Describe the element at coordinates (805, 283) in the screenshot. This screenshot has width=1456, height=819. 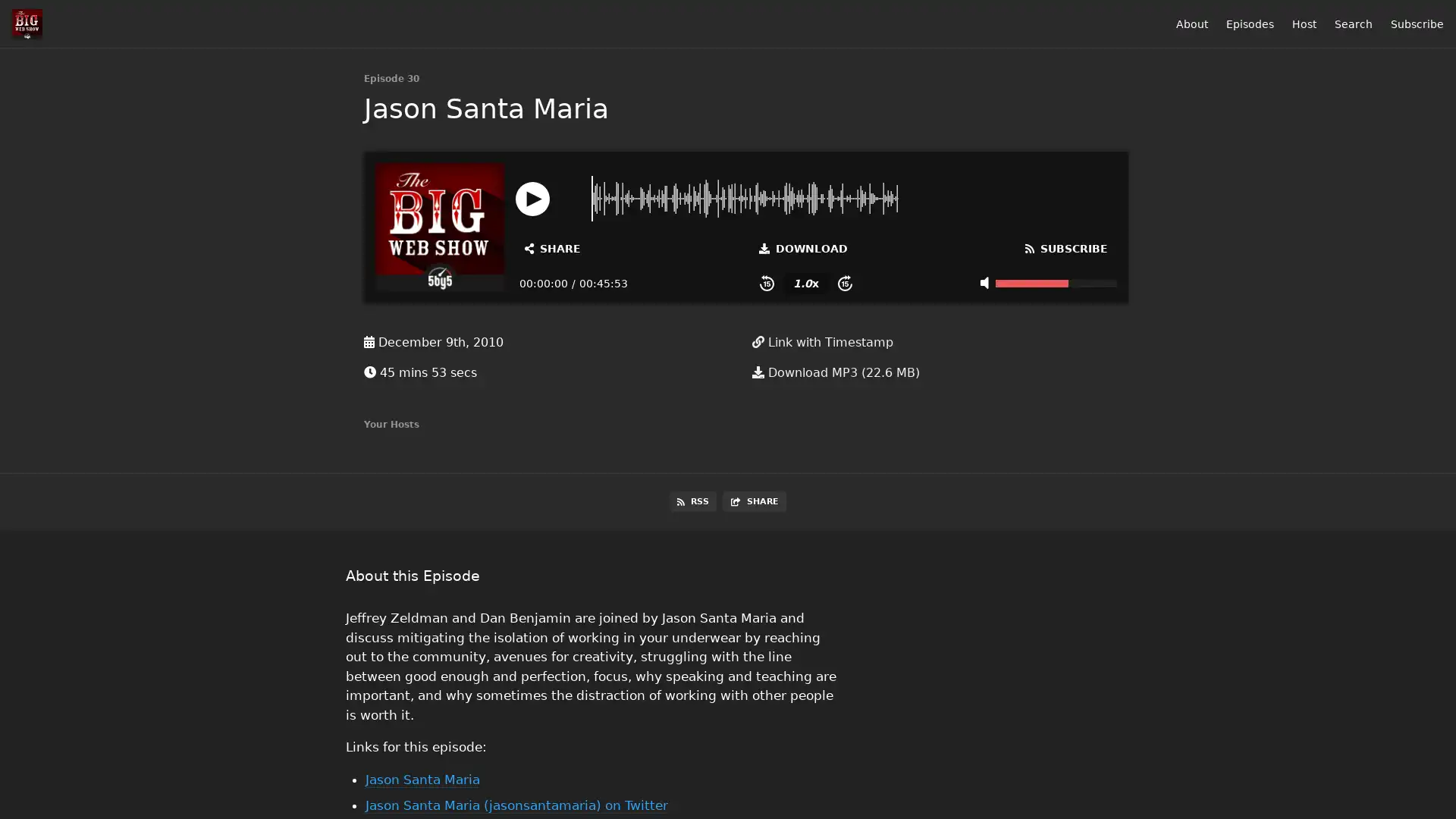
I see `Change Playback Speed` at that location.